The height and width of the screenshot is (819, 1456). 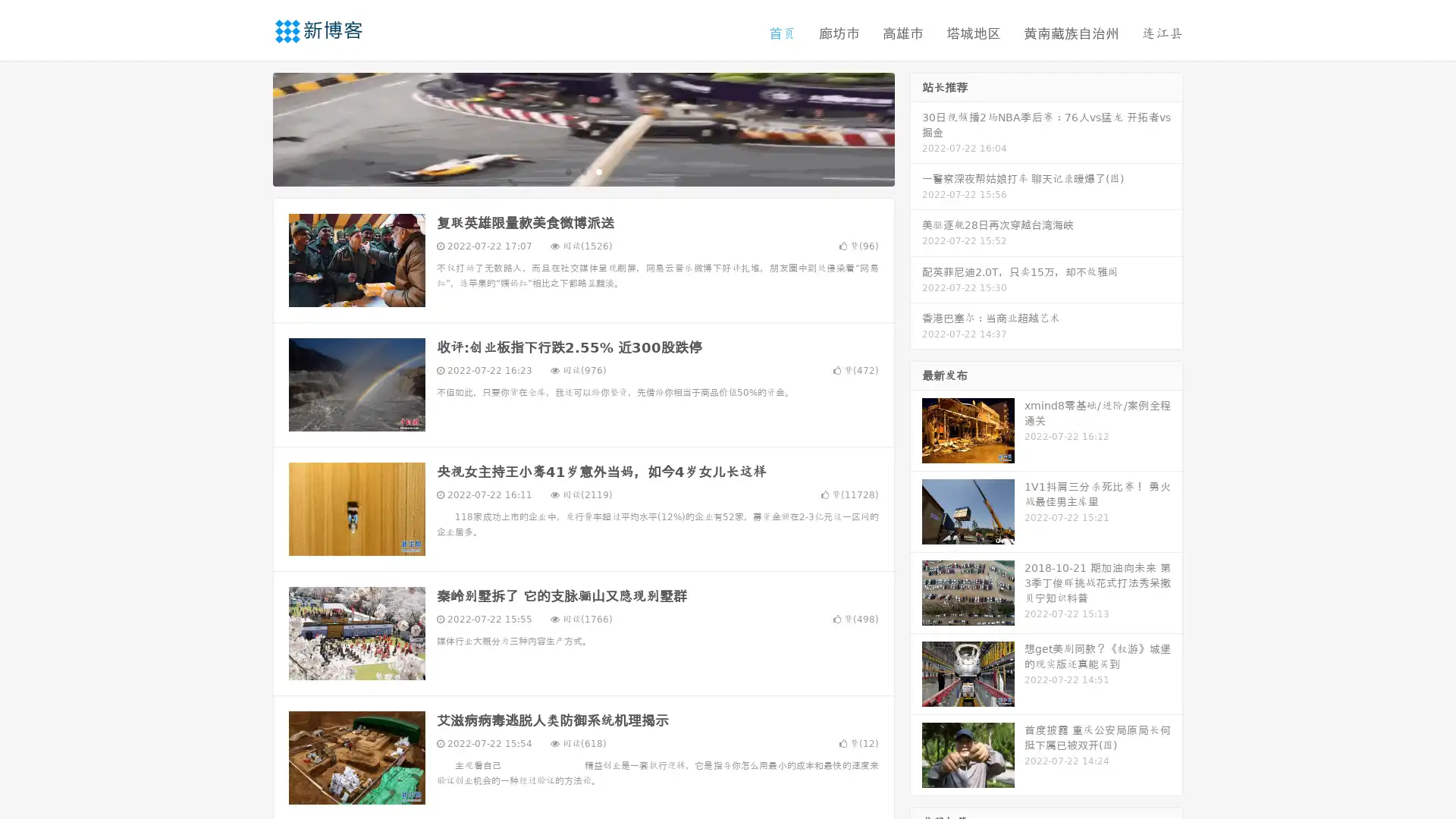 What do you see at coordinates (582, 171) in the screenshot?
I see `Go to slide 2` at bounding box center [582, 171].